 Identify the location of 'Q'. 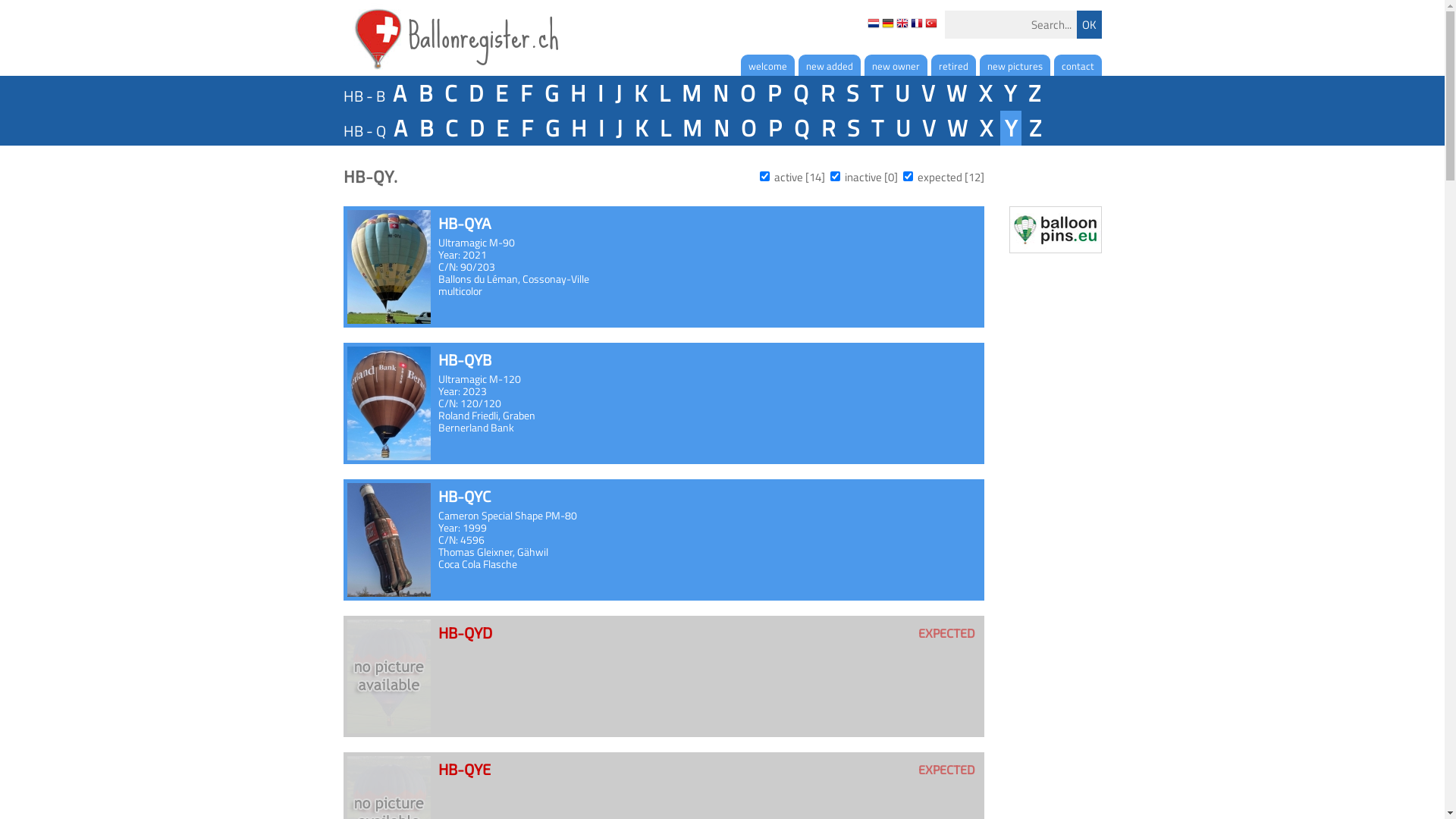
(800, 93).